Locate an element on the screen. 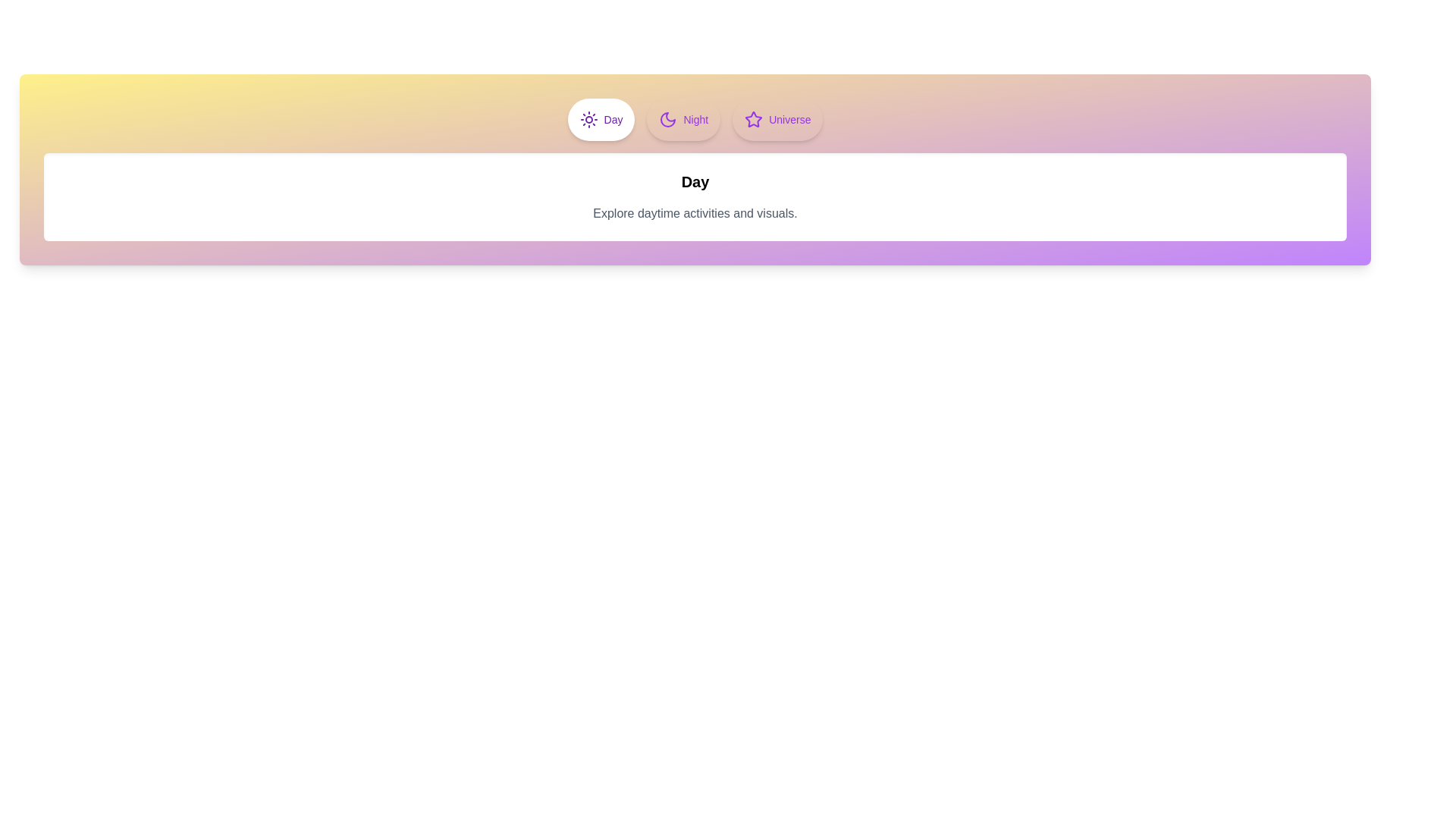  the Night tab to observe its hover effect is located at coordinates (683, 119).